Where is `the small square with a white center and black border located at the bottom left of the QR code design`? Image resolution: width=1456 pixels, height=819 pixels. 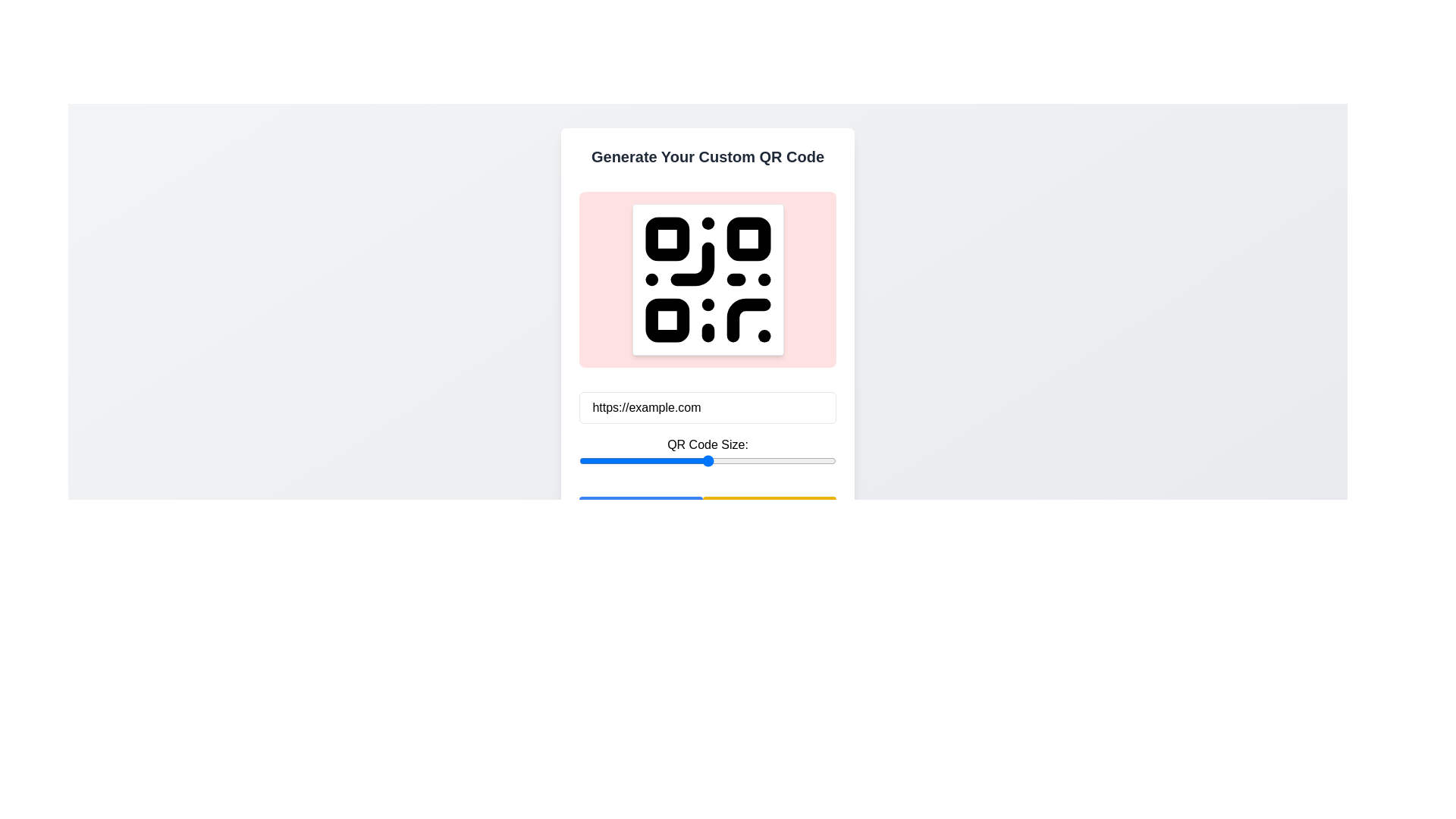 the small square with a white center and black border located at the bottom left of the QR code design is located at coordinates (667, 319).